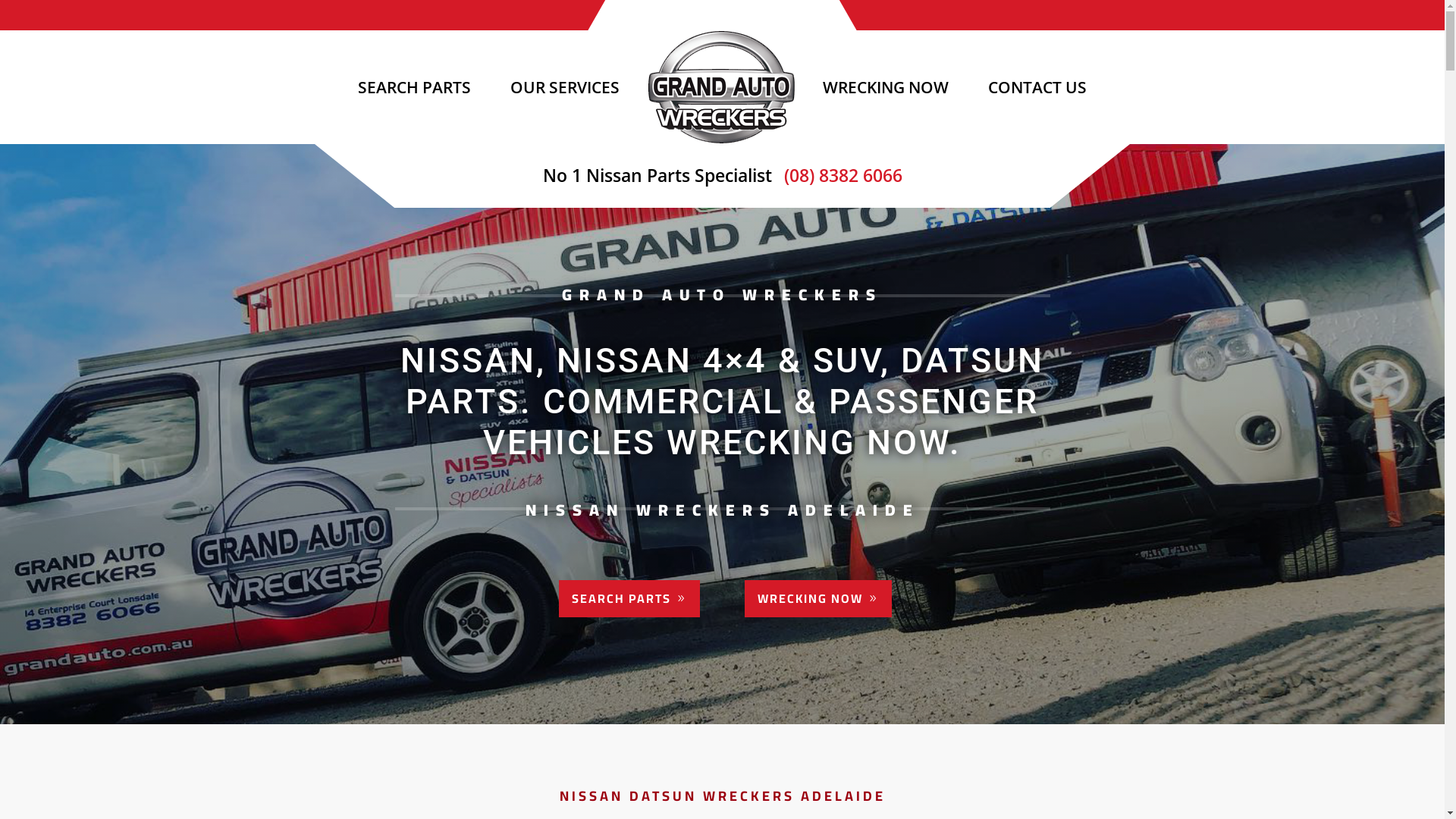 The image size is (1456, 819). What do you see at coordinates (563, 87) in the screenshot?
I see `'OUR SERVICES'` at bounding box center [563, 87].